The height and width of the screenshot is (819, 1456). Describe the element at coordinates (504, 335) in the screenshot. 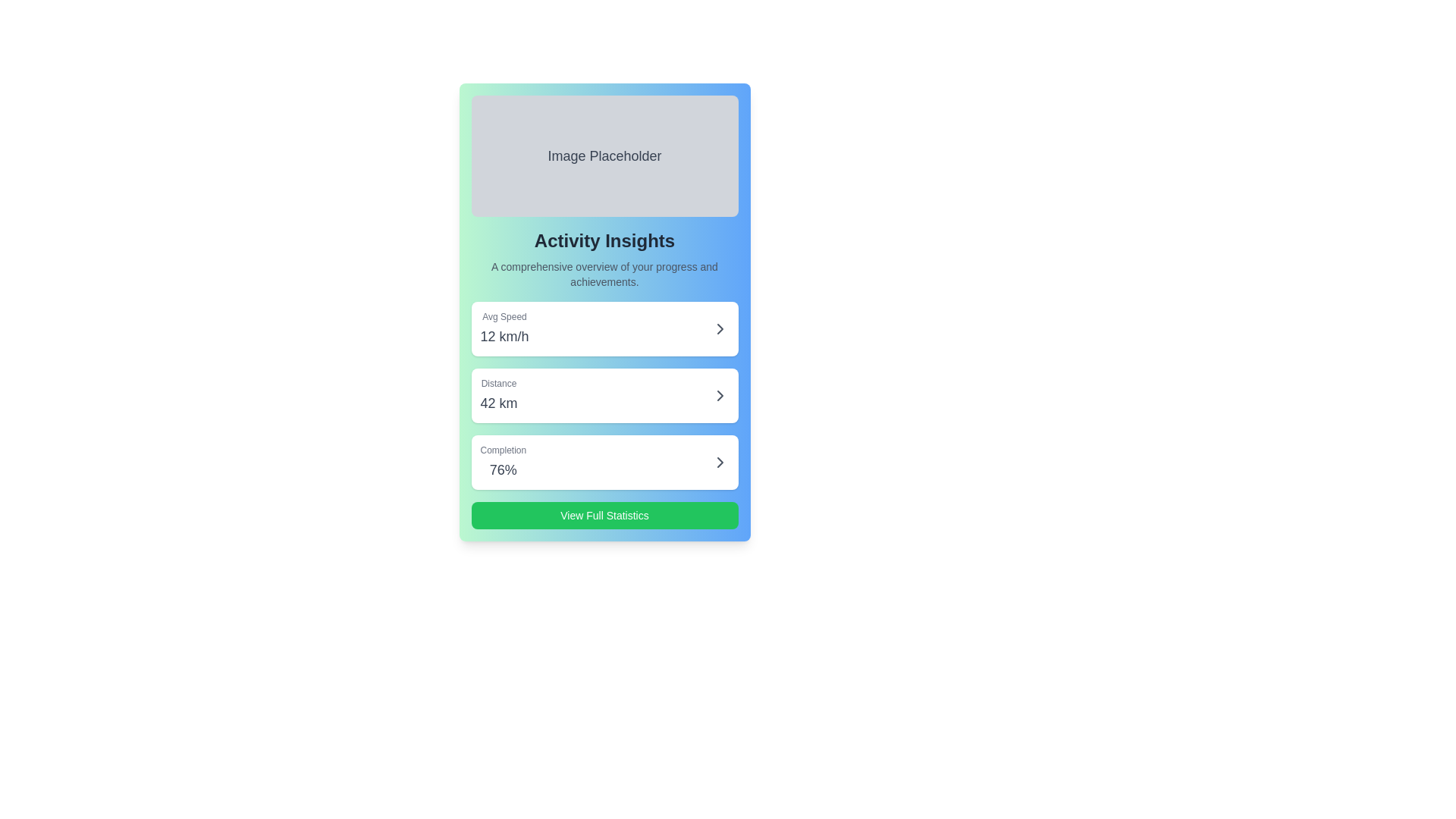

I see `the static text display showing '12 km/h' within the 'Avg Speed' section` at that location.